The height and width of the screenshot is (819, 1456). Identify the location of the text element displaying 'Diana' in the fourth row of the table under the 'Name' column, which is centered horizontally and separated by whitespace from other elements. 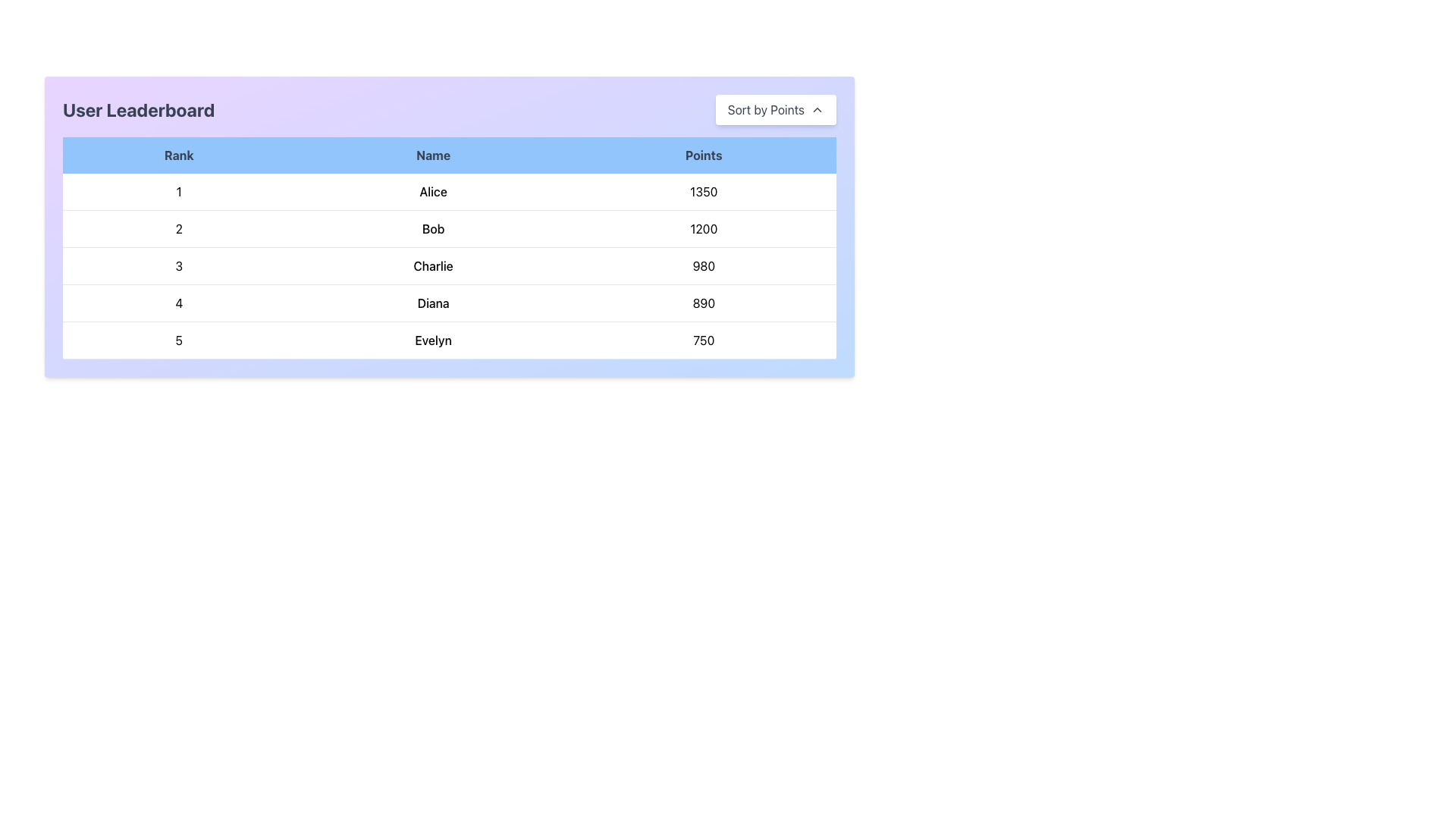
(432, 303).